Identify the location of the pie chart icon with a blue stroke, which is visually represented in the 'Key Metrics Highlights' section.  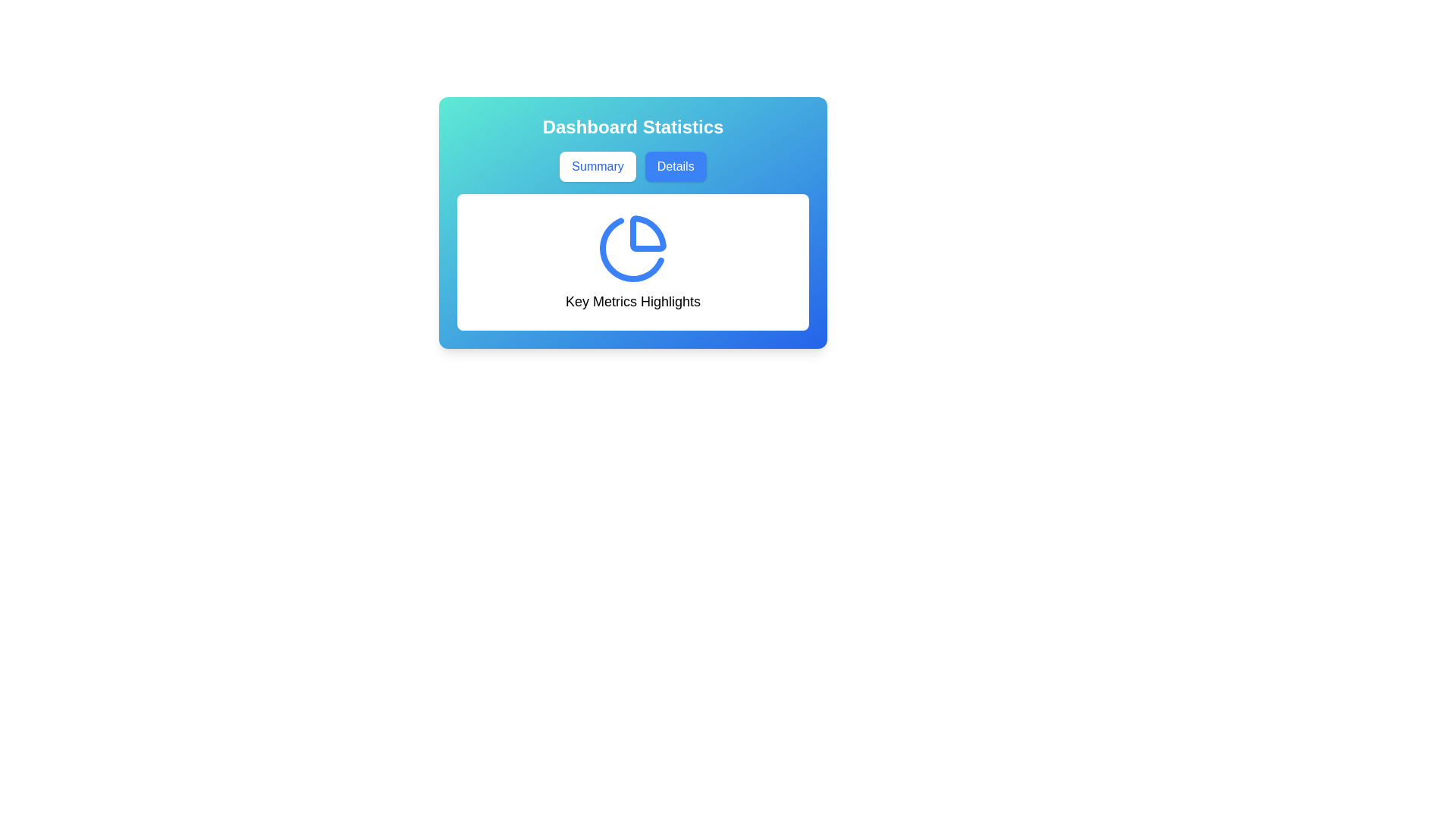
(633, 247).